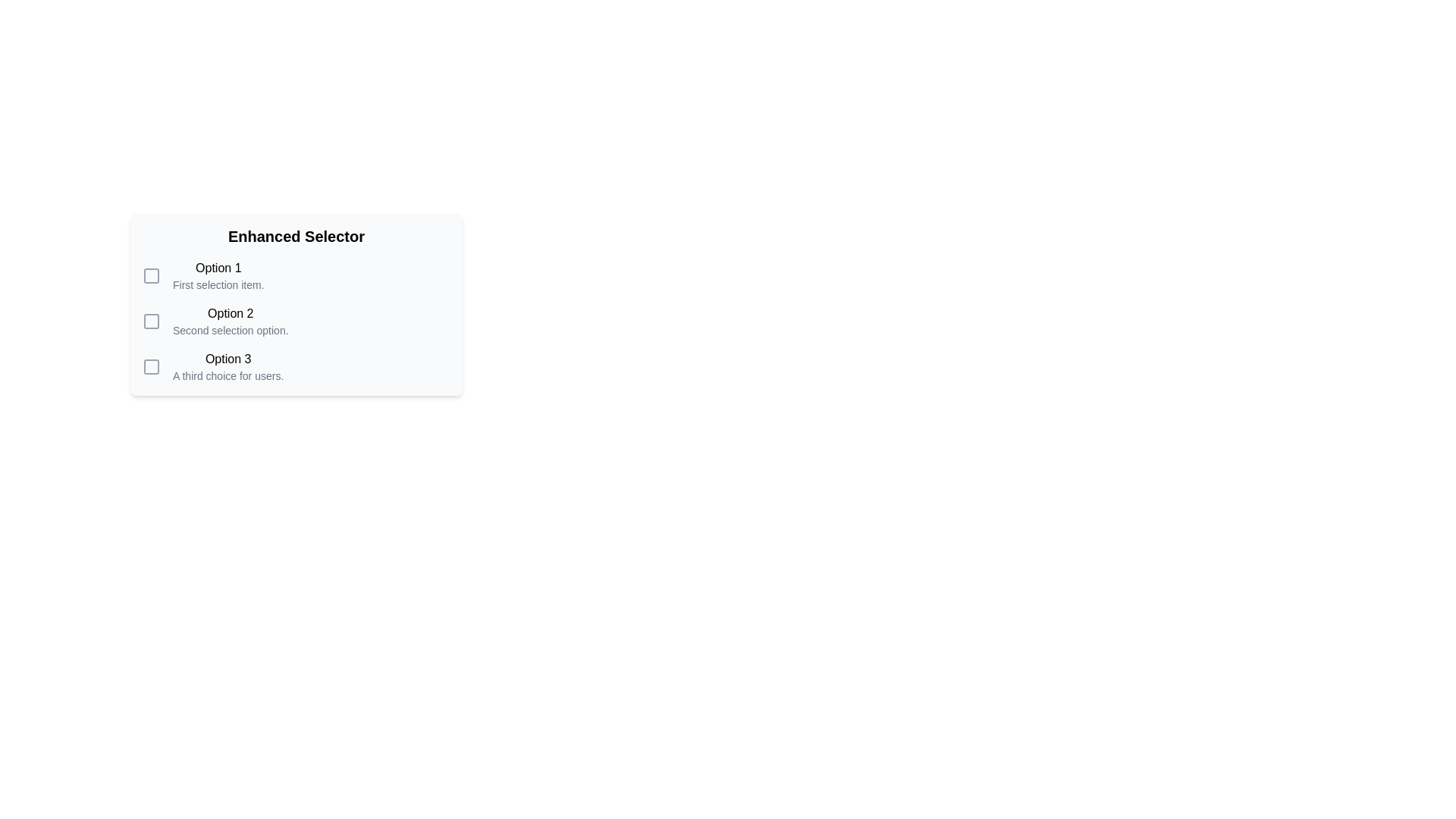  What do you see at coordinates (218, 268) in the screenshot?
I see `the text label displaying 'Option 1', which is styled with a medium font weight and is located at the top of the list under the heading 'Enhanced Selector'` at bounding box center [218, 268].